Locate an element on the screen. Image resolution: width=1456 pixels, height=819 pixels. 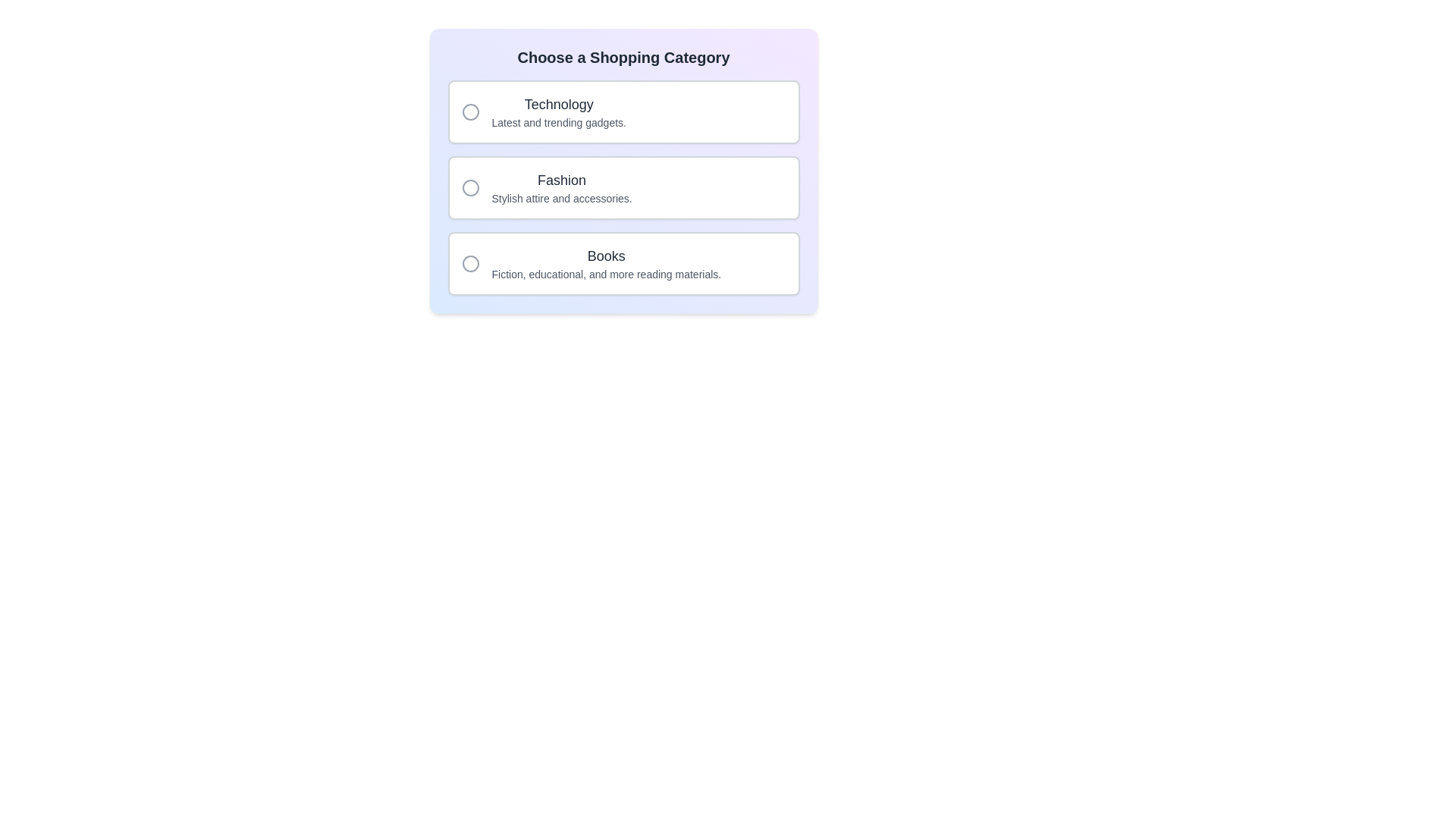
the 'Books' icon is located at coordinates (469, 262).